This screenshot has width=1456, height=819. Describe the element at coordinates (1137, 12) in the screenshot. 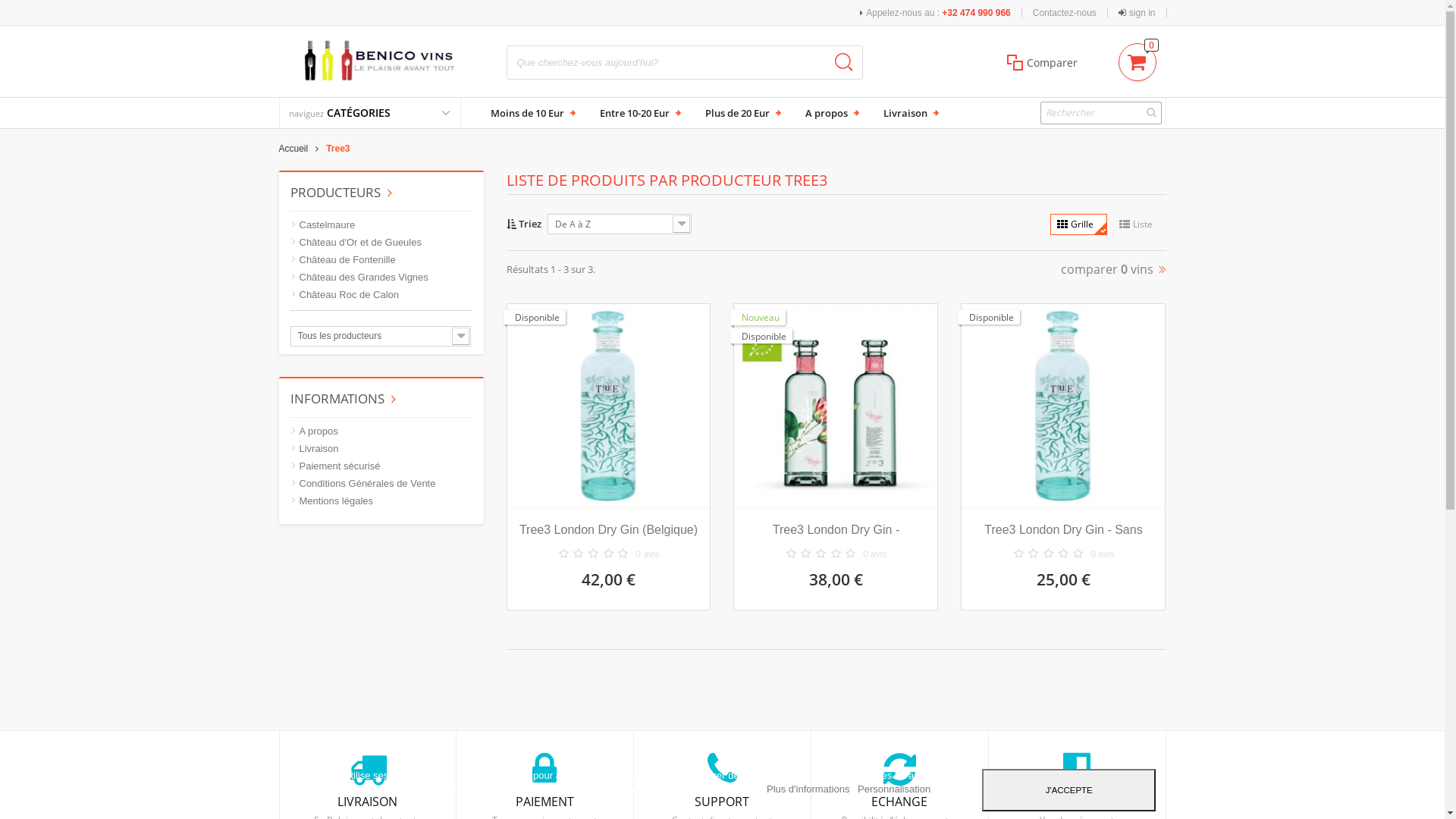

I see `'sign in'` at that location.